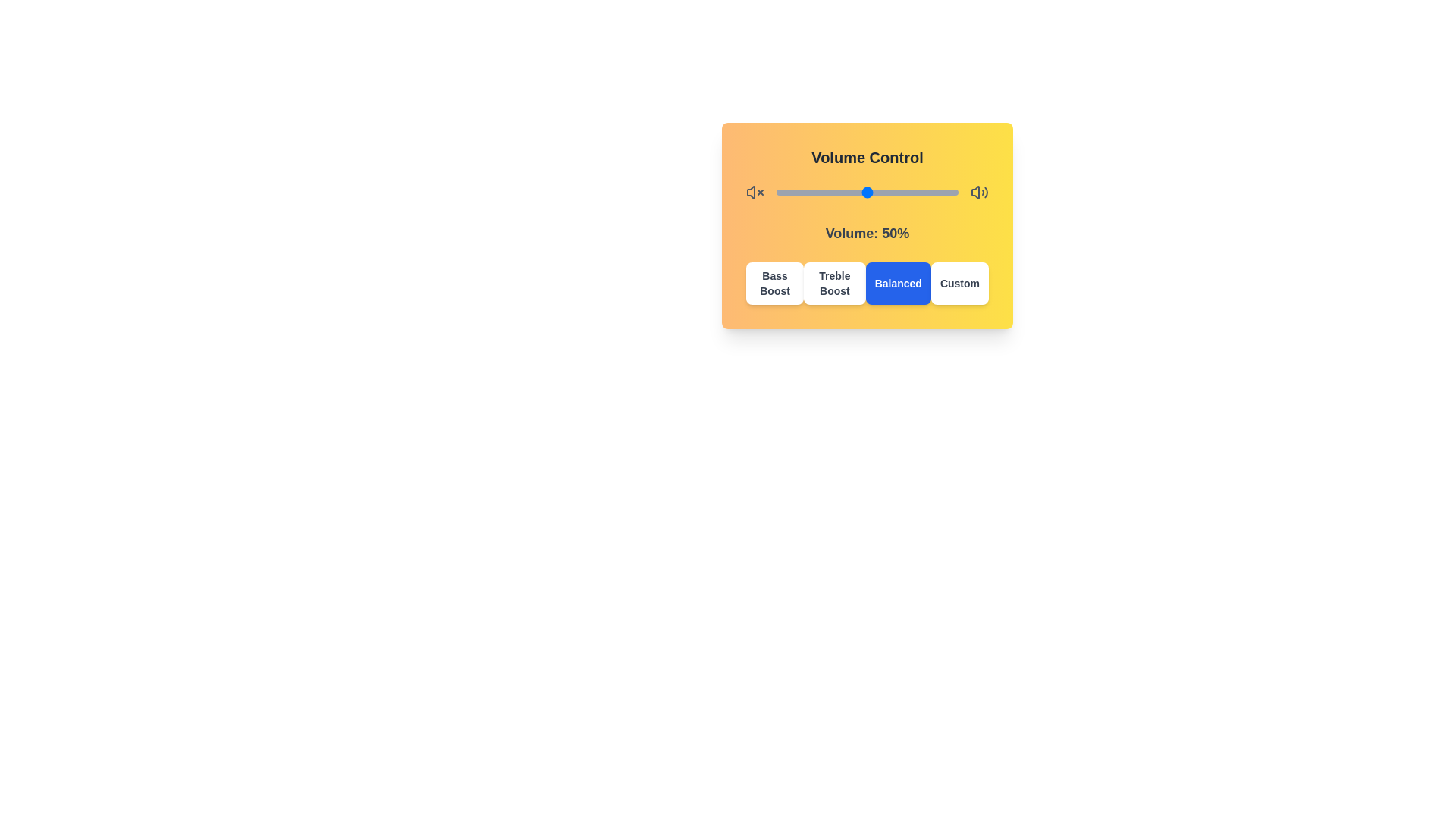 This screenshot has width=1456, height=819. Describe the element at coordinates (867, 158) in the screenshot. I see `the title text 'Volume Control' to view it` at that location.